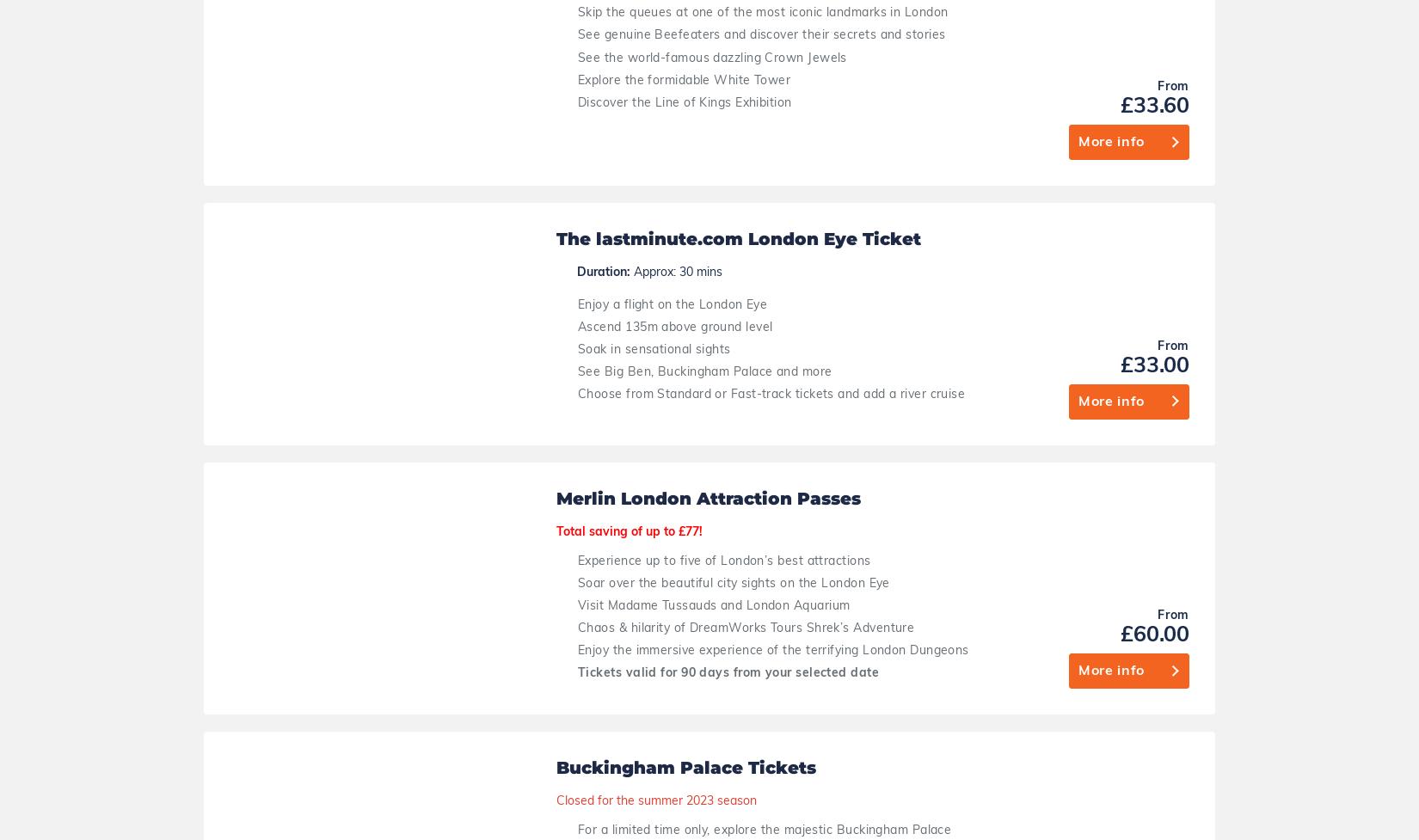 Image resolution: width=1419 pixels, height=840 pixels. What do you see at coordinates (733, 469) in the screenshot?
I see `'A fully guided 60-minute tour of Chelsea FC Stadium'` at bounding box center [733, 469].